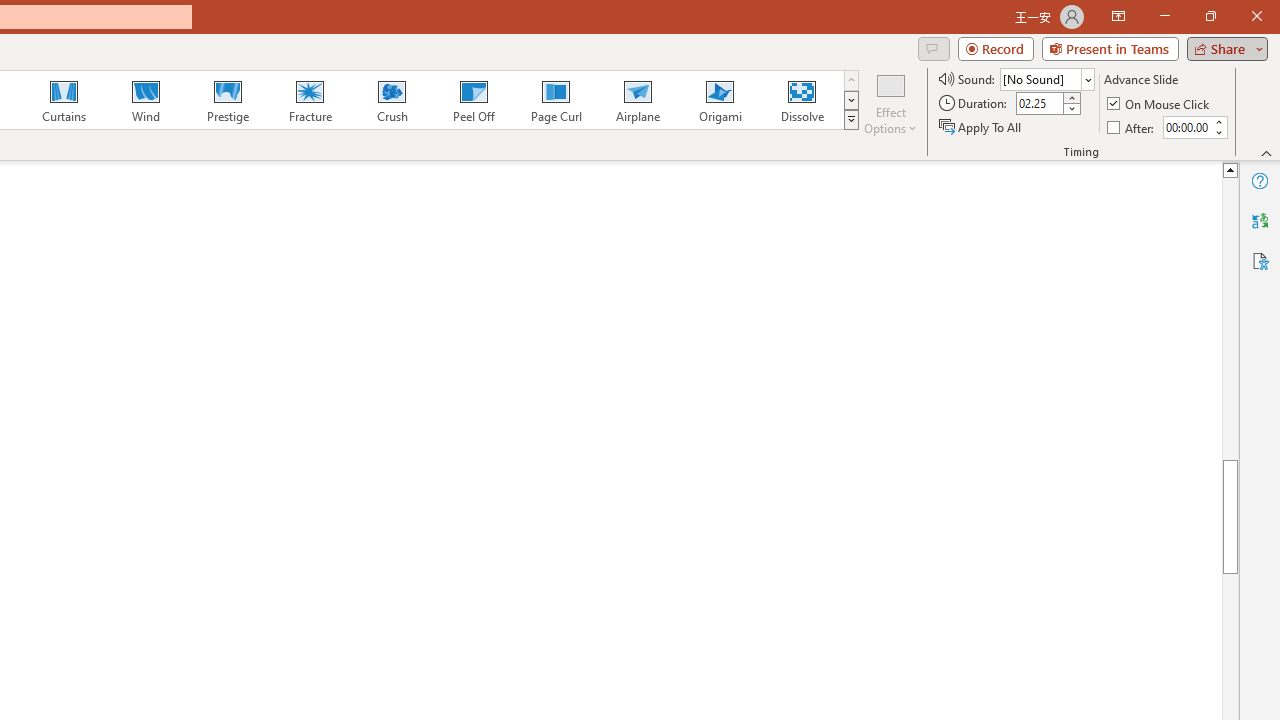  Describe the element at coordinates (981, 127) in the screenshot. I see `'Apply To All'` at that location.